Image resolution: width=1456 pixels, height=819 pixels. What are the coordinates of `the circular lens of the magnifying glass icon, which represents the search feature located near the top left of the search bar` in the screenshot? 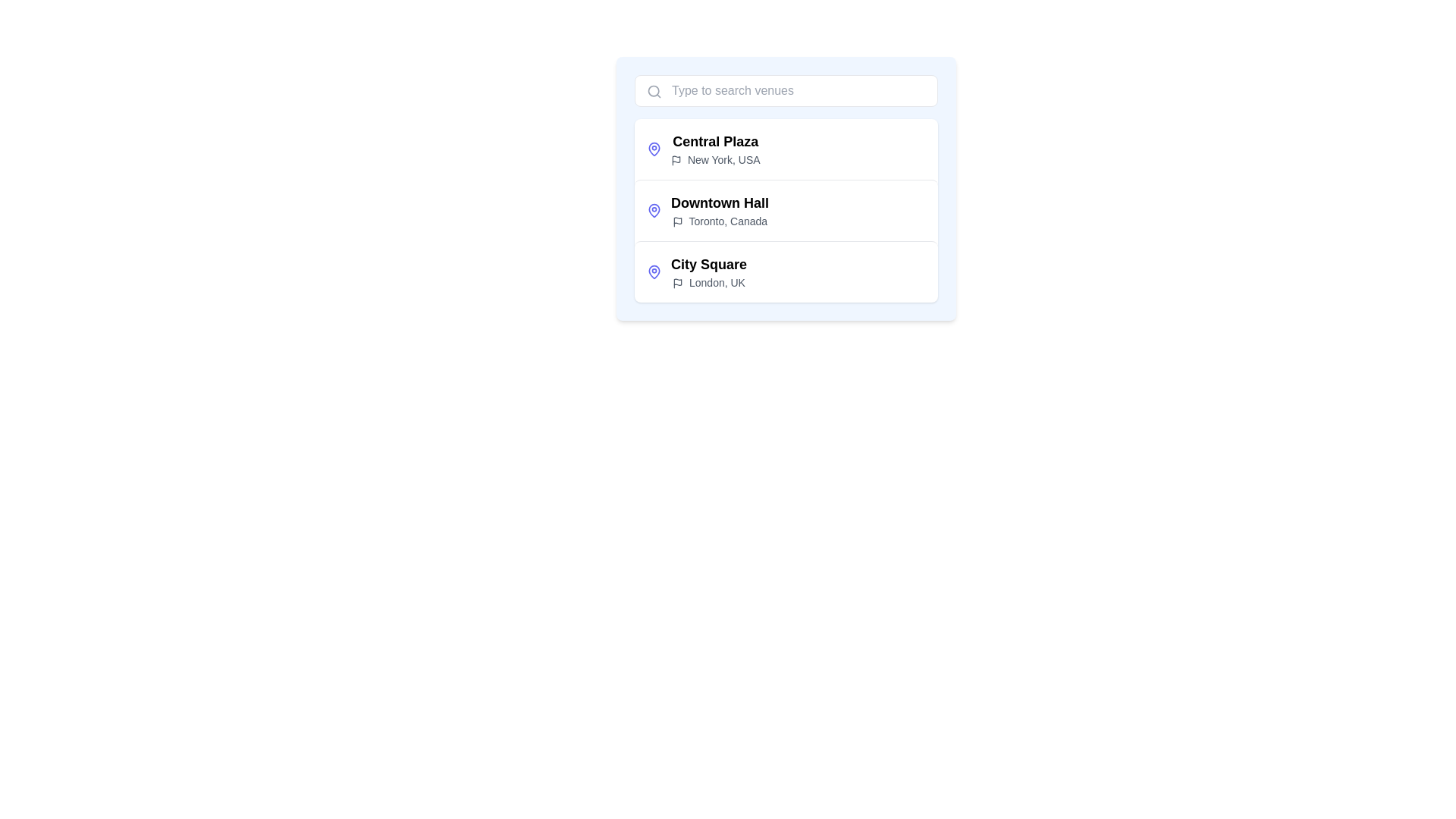 It's located at (654, 91).